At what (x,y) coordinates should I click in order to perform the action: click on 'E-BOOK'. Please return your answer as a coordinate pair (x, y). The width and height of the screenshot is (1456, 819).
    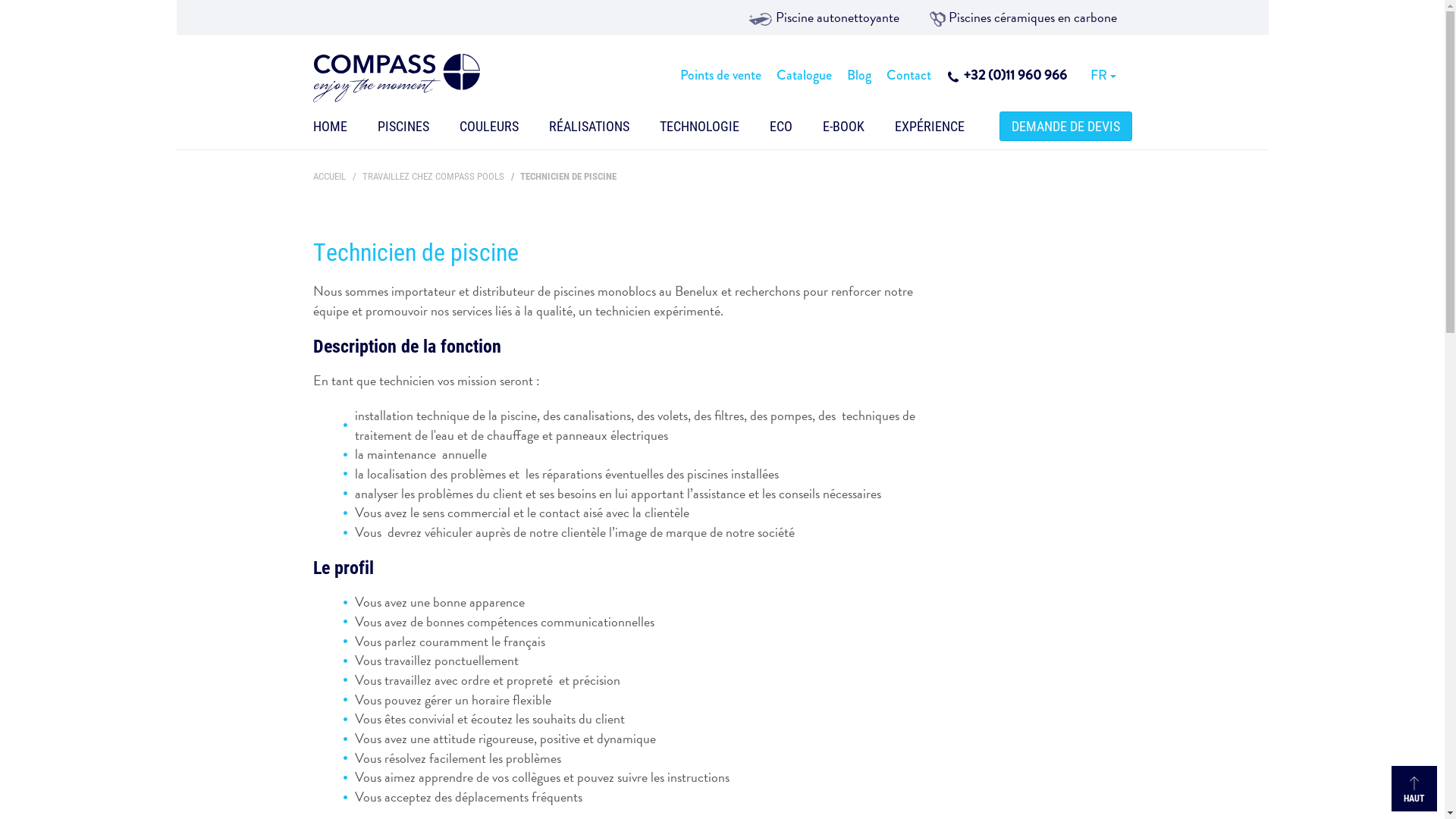
    Looking at the image, I should click on (842, 129).